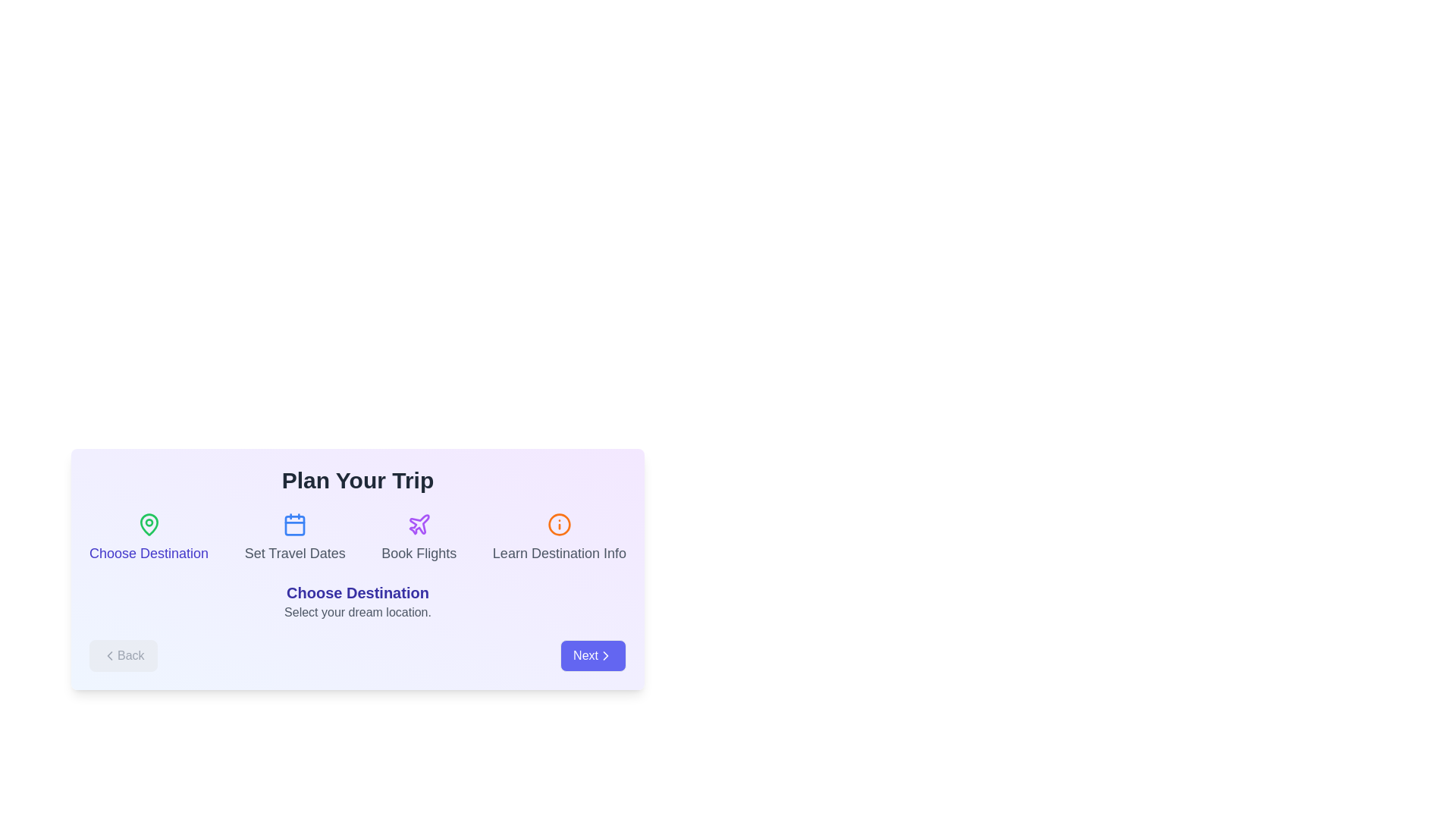 The height and width of the screenshot is (819, 1456). What do you see at coordinates (149, 523) in the screenshot?
I see `the icon representing the option to choose a location or destination for a trip, located at the leftmost position in the 'Plan Your Trip' section, above the label 'Choose Destination'` at bounding box center [149, 523].